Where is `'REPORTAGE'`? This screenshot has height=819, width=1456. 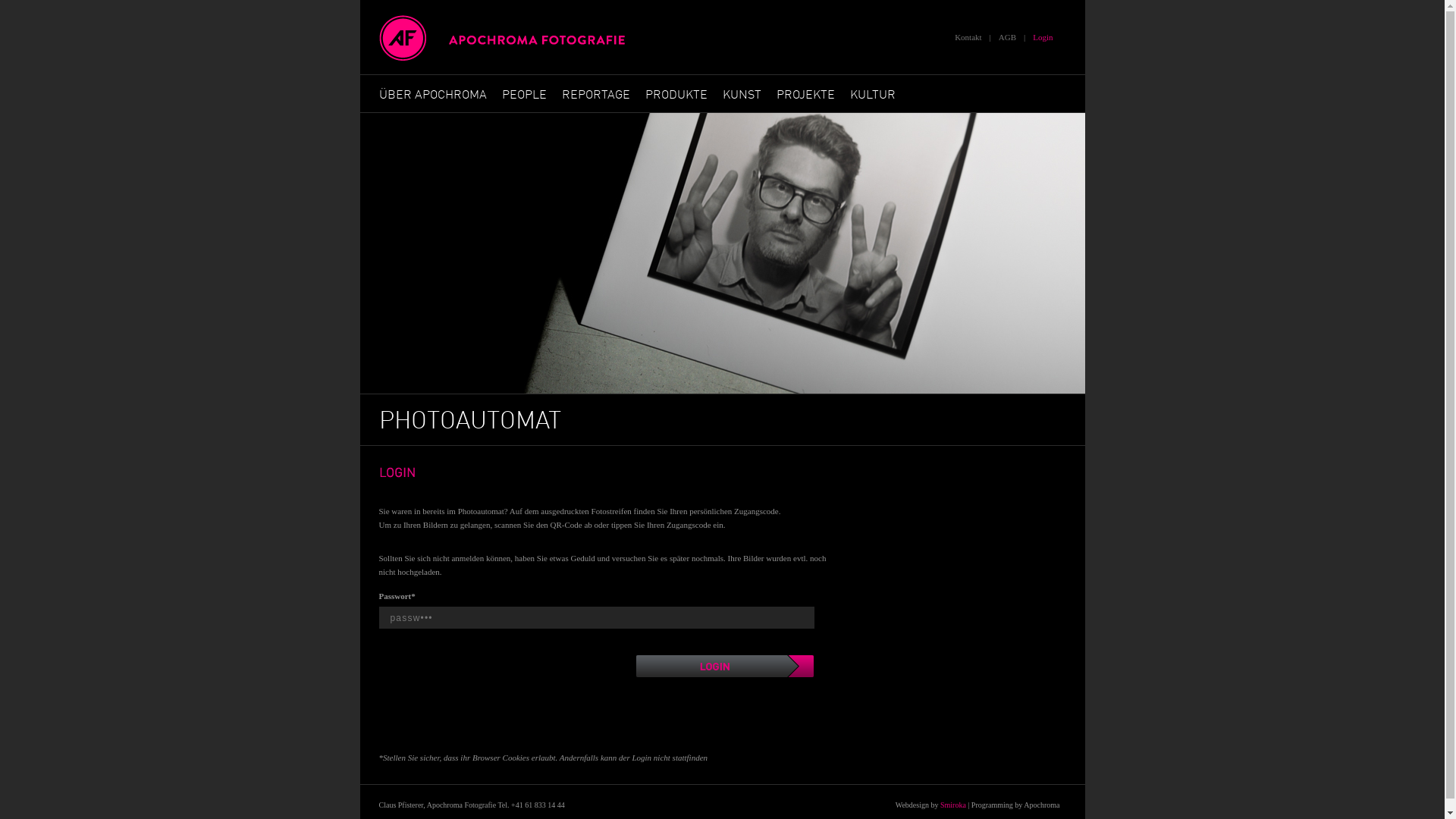
'REPORTAGE' is located at coordinates (560, 96).